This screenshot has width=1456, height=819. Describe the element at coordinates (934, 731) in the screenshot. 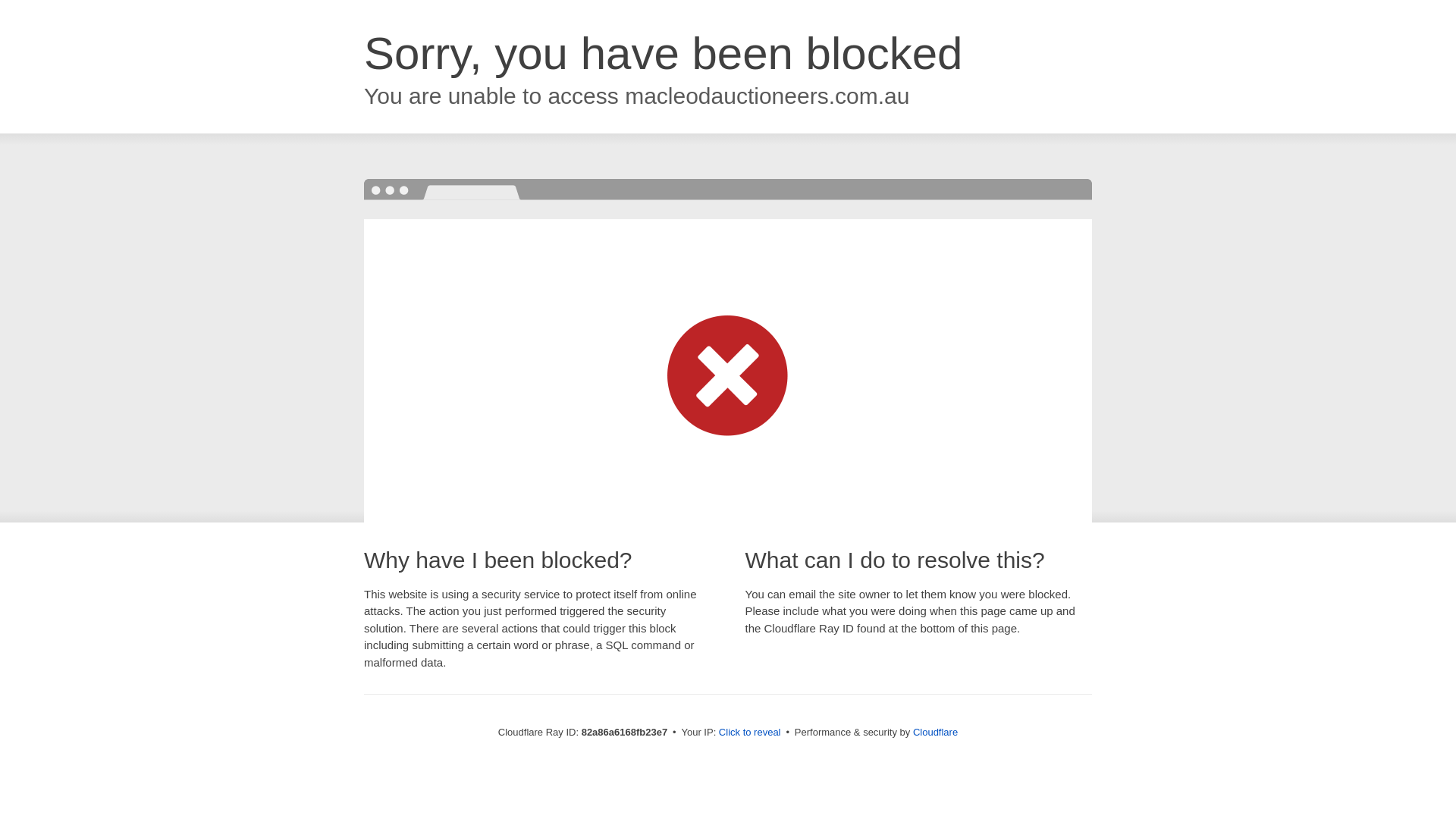

I see `'Cloudflare'` at that location.